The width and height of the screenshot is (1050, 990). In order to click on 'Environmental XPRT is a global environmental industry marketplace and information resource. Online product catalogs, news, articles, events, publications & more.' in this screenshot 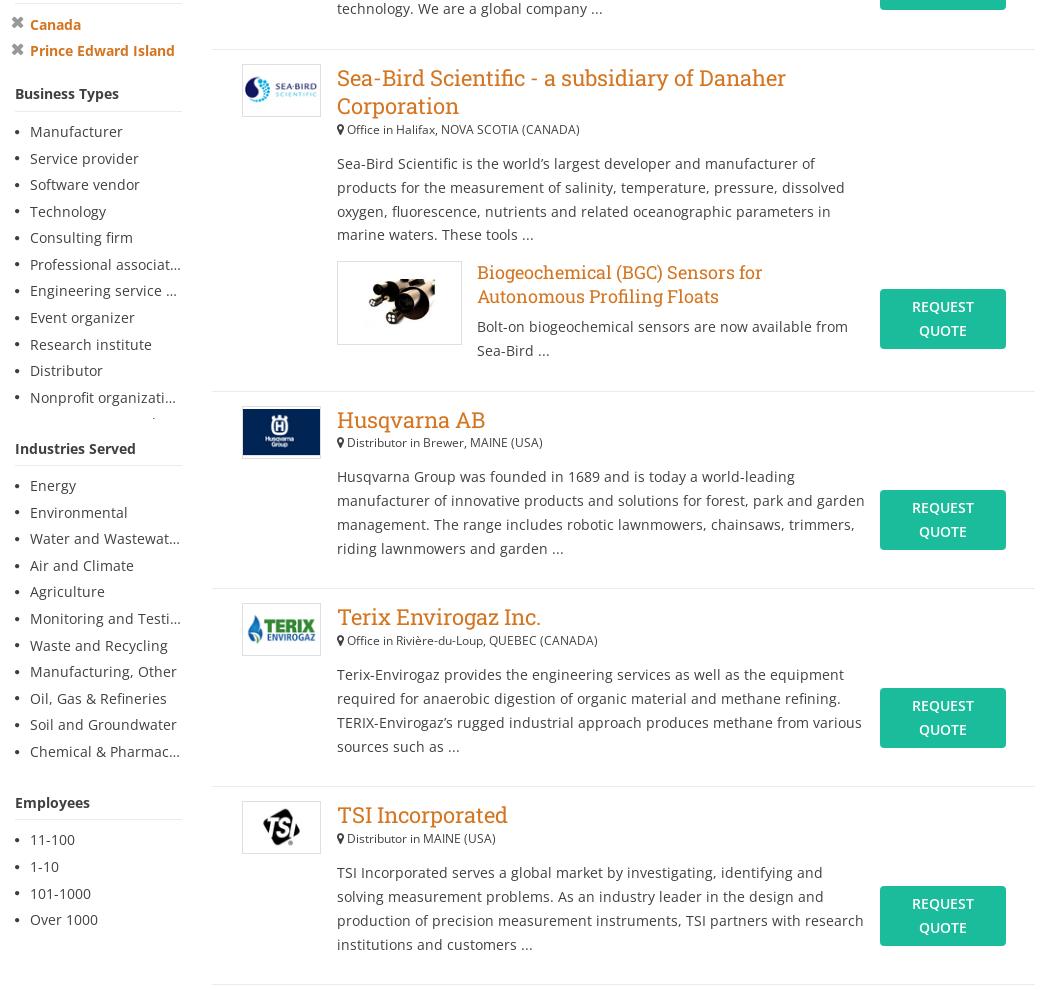, I will do `click(199, 713)`.